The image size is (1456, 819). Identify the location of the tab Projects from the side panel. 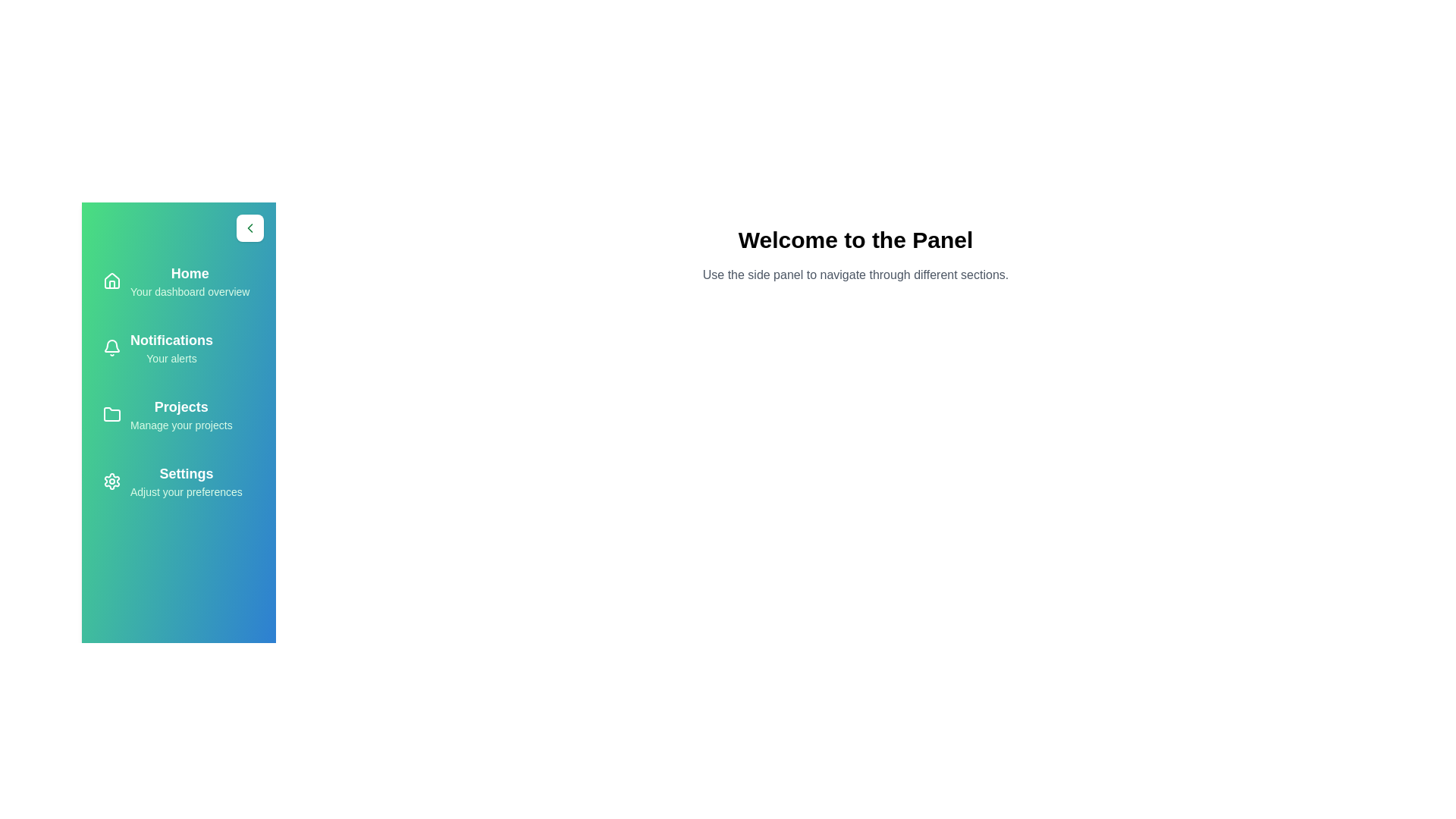
(178, 415).